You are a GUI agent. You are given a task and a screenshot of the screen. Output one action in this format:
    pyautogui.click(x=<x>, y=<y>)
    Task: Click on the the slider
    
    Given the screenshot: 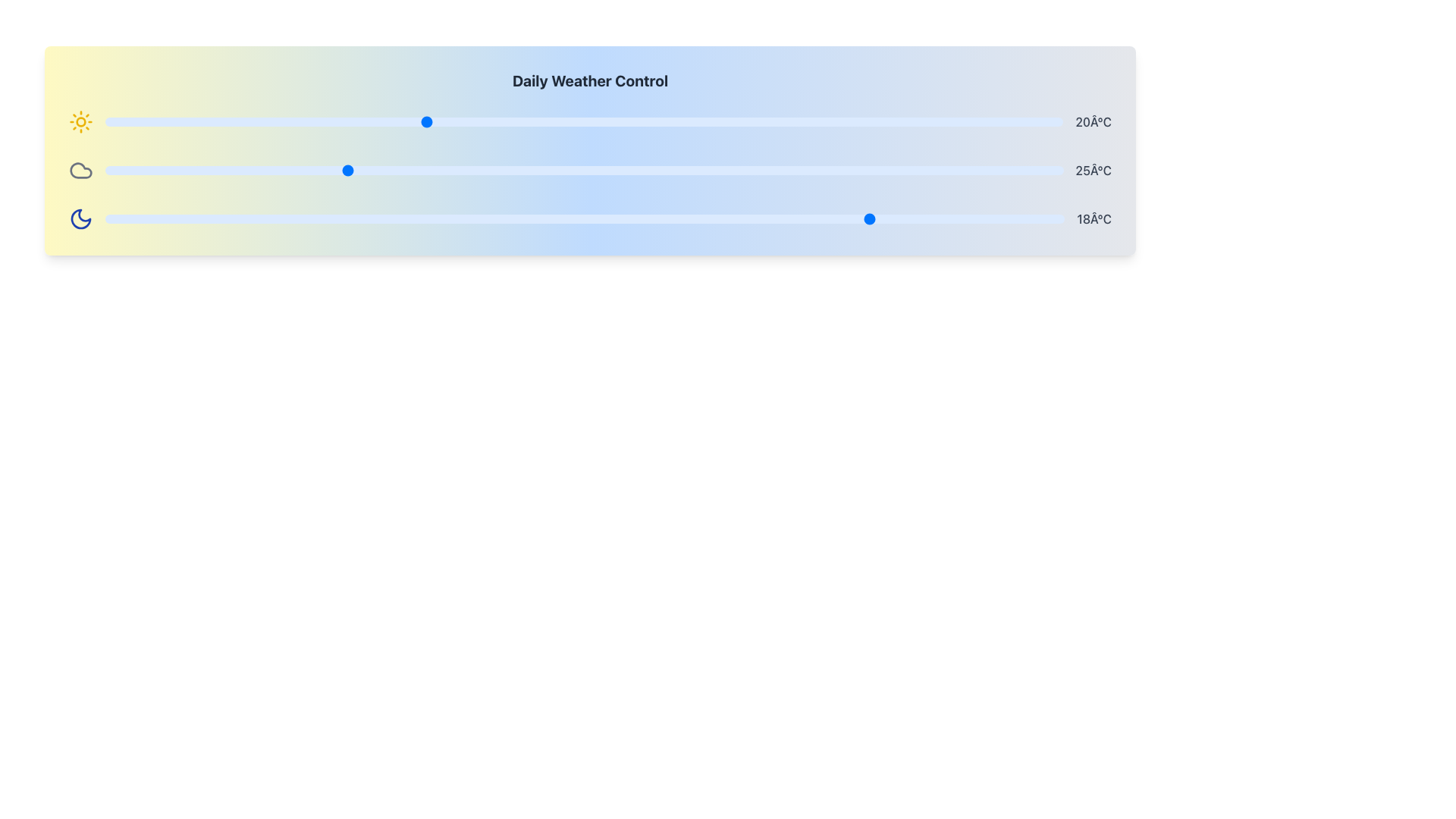 What is the action you would take?
    pyautogui.click(x=551, y=121)
    